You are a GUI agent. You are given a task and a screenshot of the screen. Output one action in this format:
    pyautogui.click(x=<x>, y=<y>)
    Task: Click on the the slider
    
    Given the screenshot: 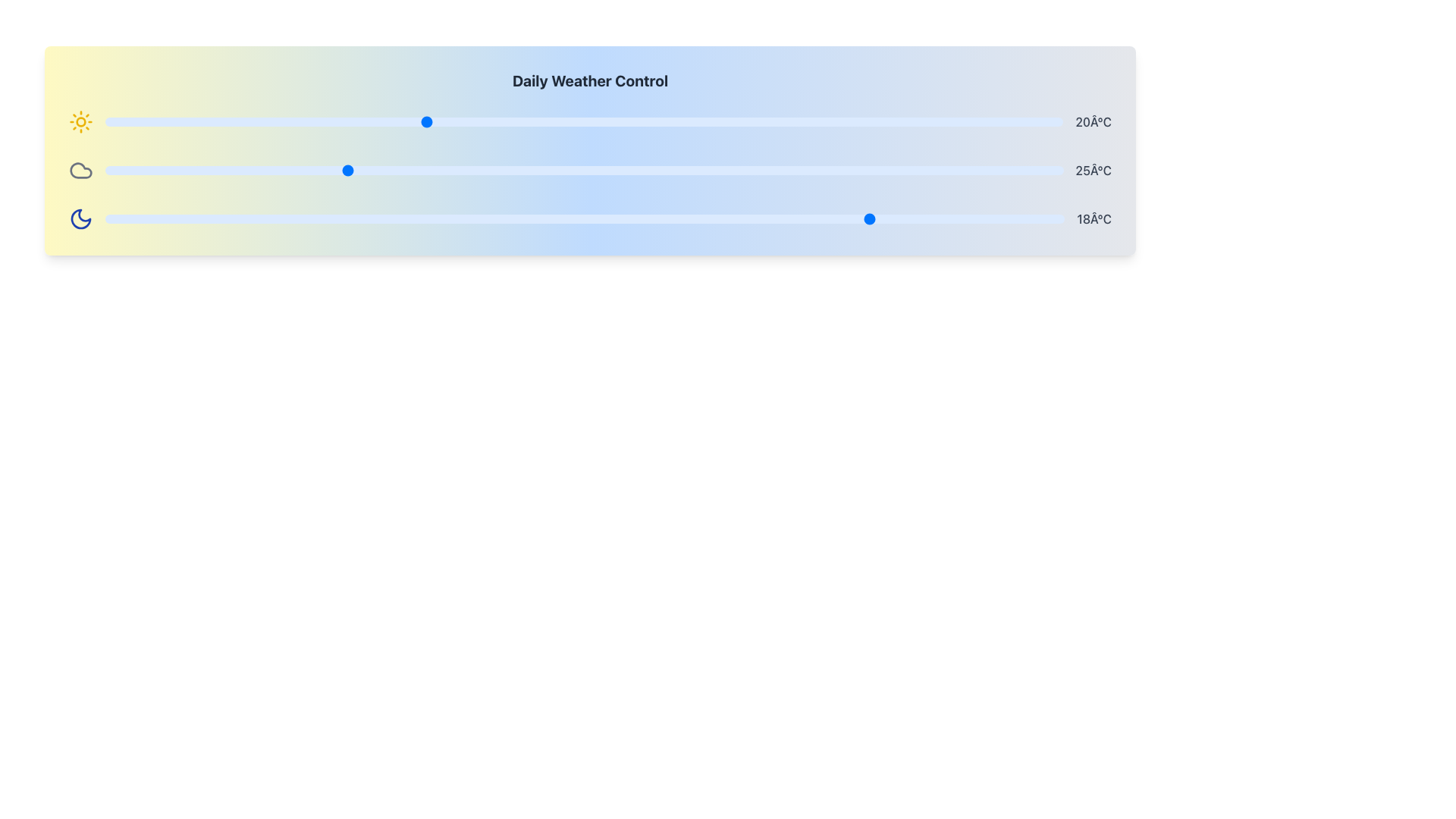 What is the action you would take?
    pyautogui.click(x=551, y=121)
    